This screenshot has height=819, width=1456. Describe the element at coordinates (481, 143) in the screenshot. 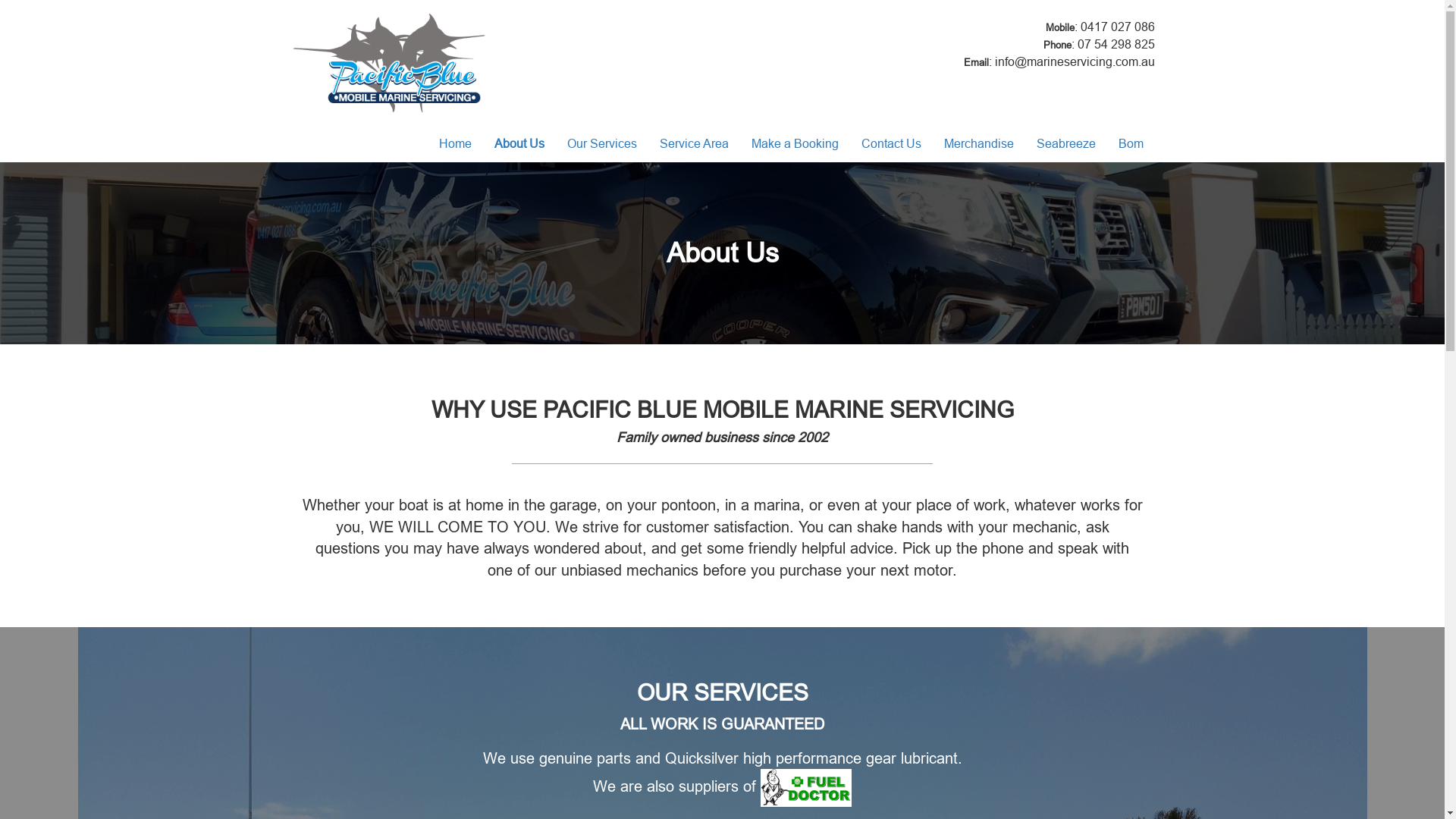

I see `'About Us'` at that location.